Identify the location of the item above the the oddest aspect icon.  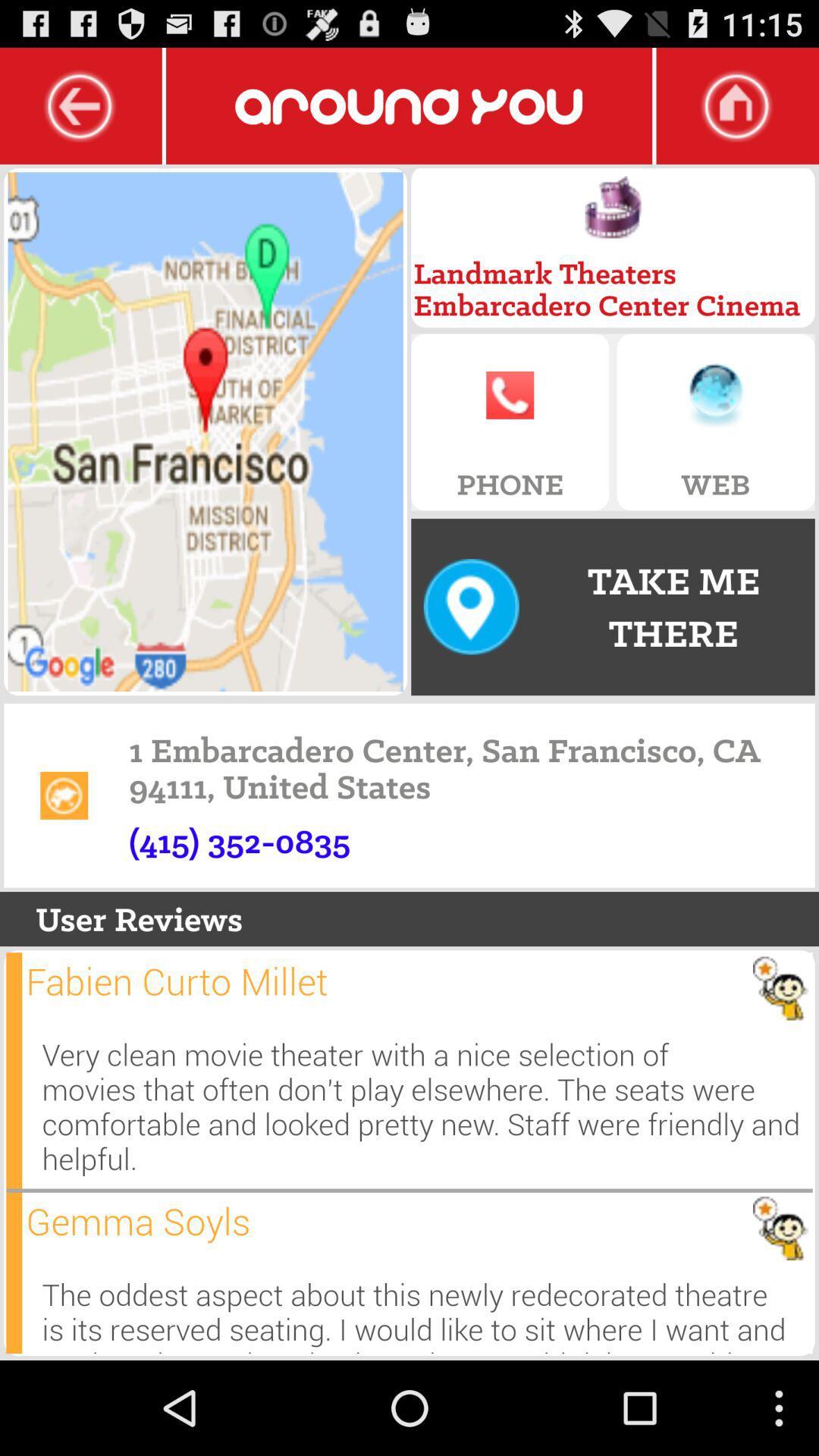
(138, 1221).